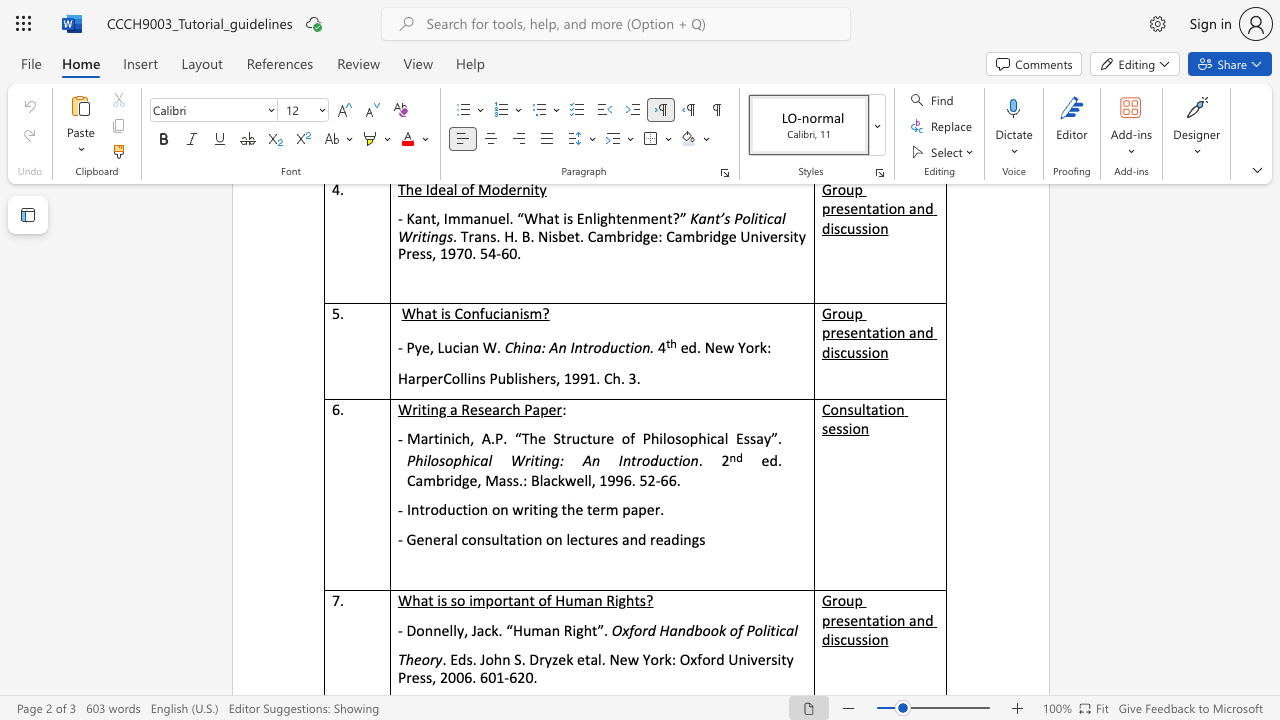 The height and width of the screenshot is (720, 1280). Describe the element at coordinates (625, 599) in the screenshot. I see `the subset text "ht" within the text "What is so important of Human Rights?"` at that location.